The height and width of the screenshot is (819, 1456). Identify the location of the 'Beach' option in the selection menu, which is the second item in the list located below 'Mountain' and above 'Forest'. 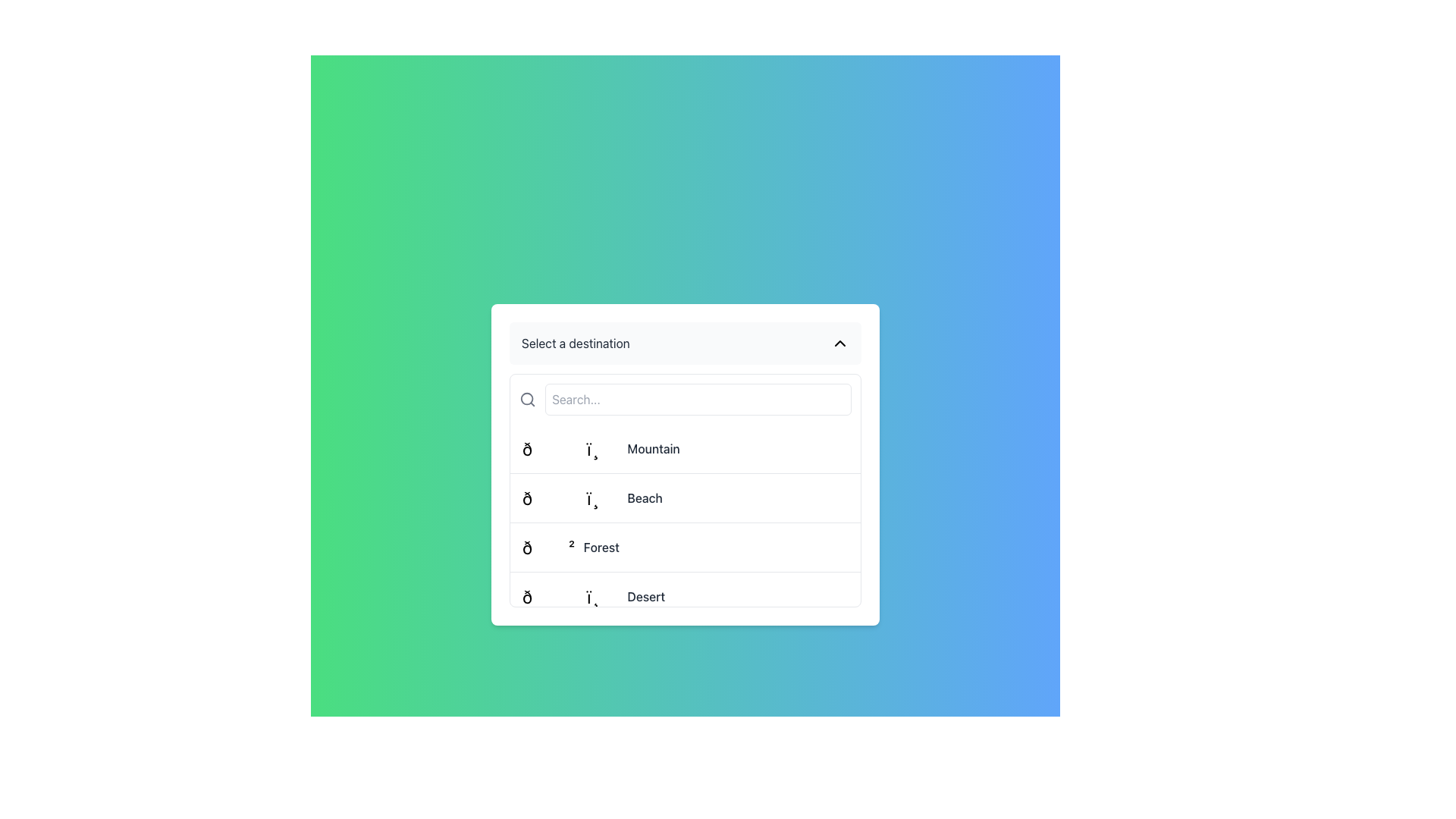
(684, 514).